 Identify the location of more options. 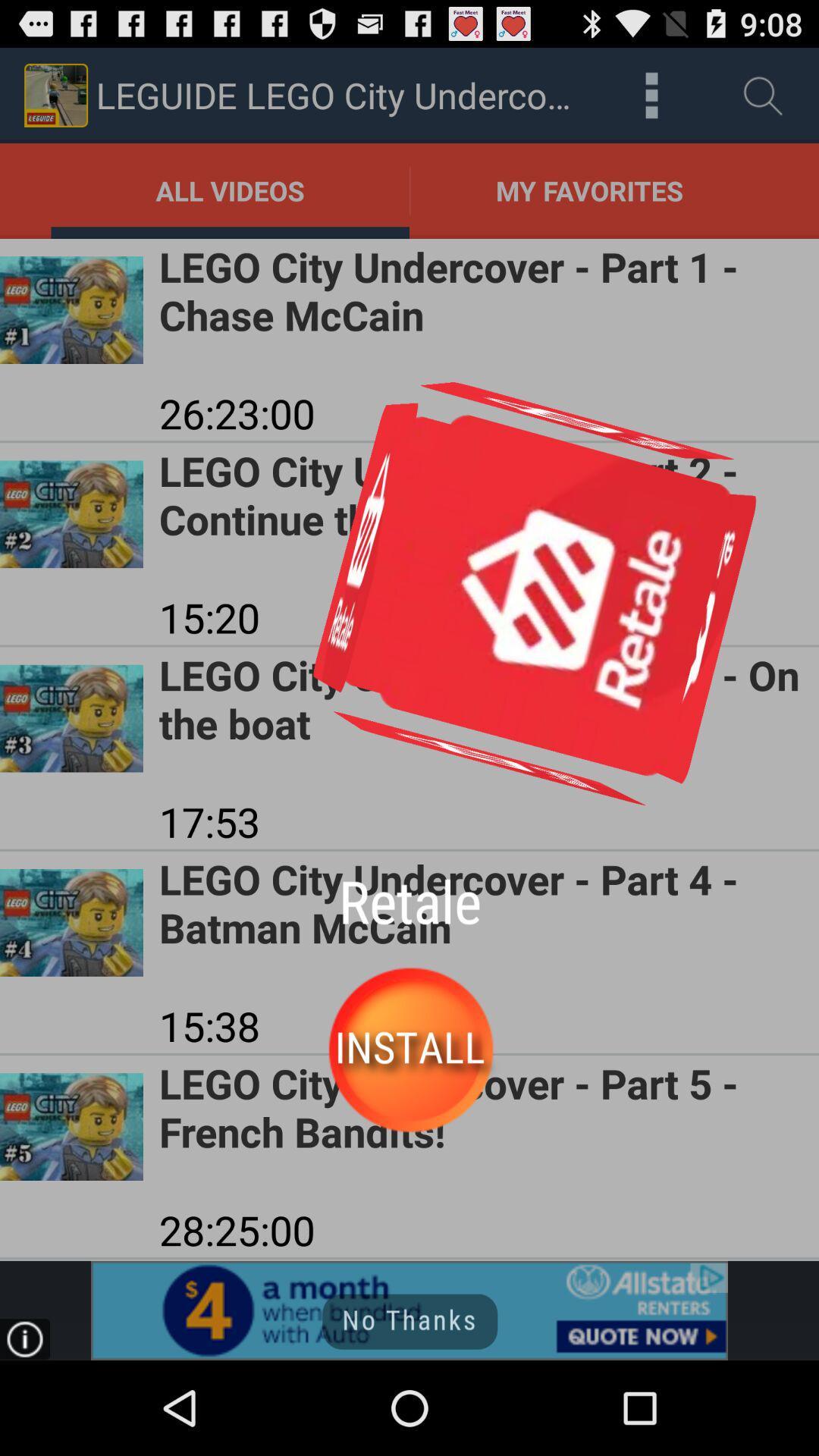
(651, 94).